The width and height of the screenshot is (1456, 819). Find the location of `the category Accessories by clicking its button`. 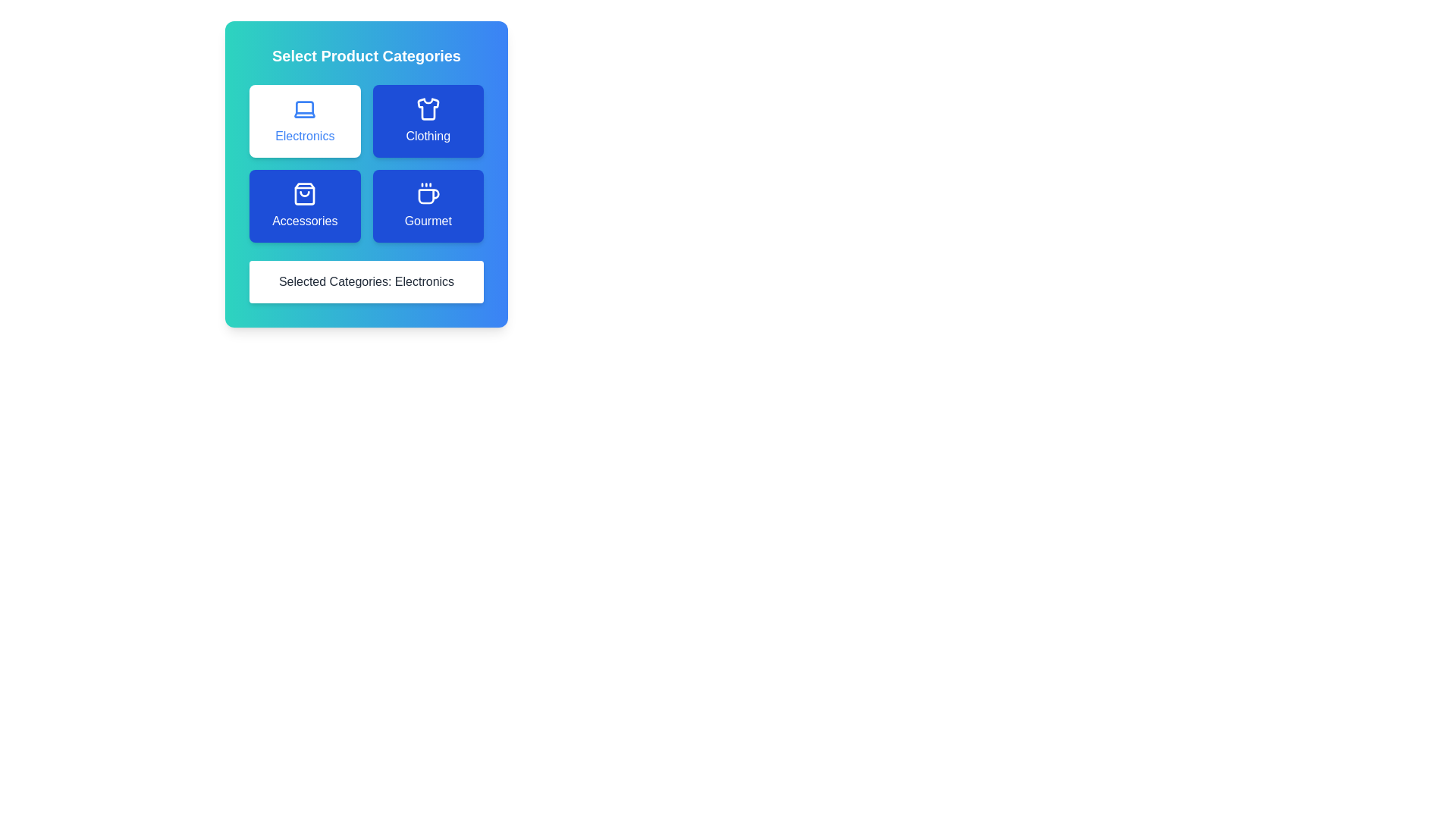

the category Accessories by clicking its button is located at coordinates (304, 206).